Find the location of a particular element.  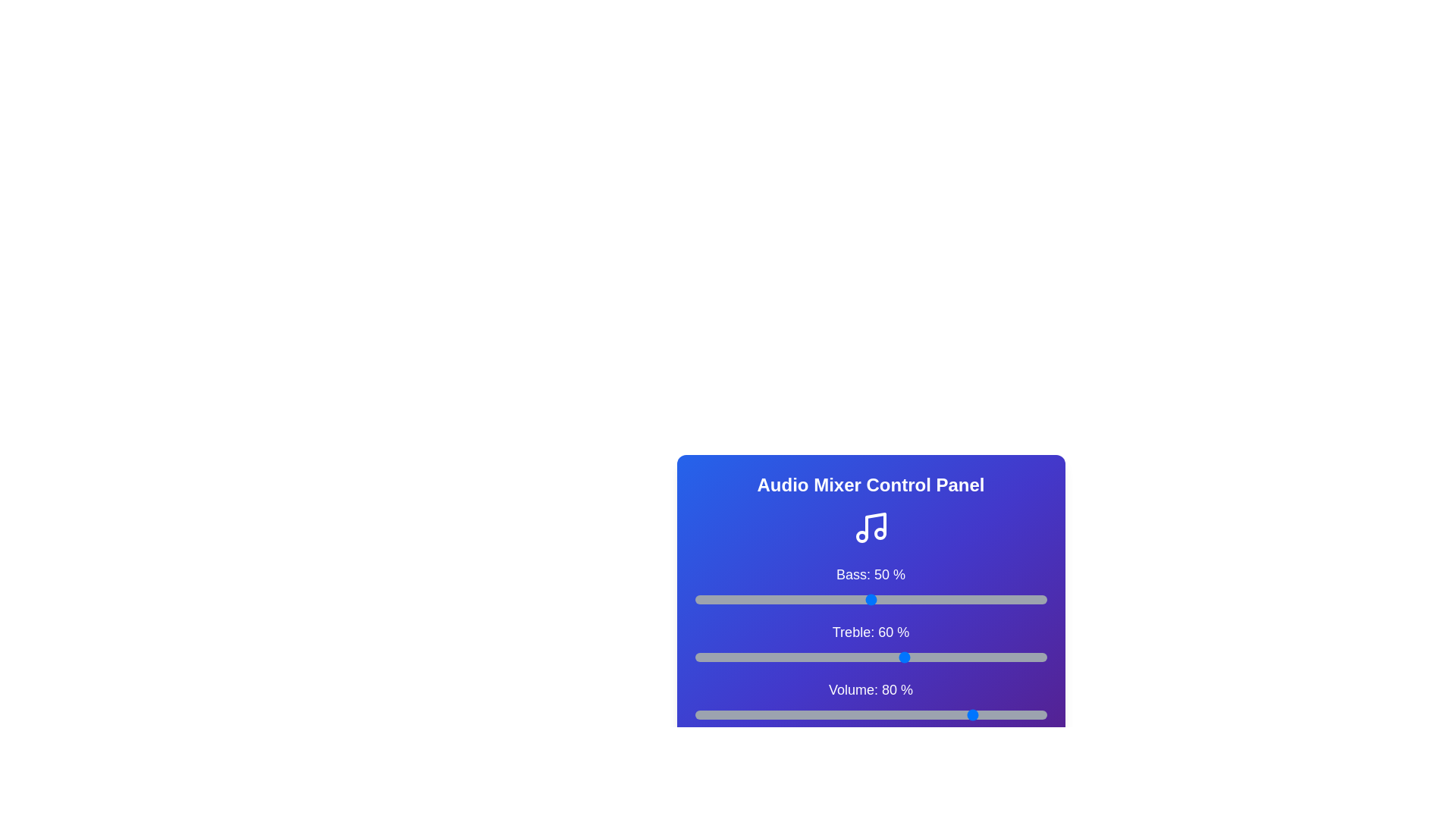

the bass slider to 47% is located at coordinates (860, 598).